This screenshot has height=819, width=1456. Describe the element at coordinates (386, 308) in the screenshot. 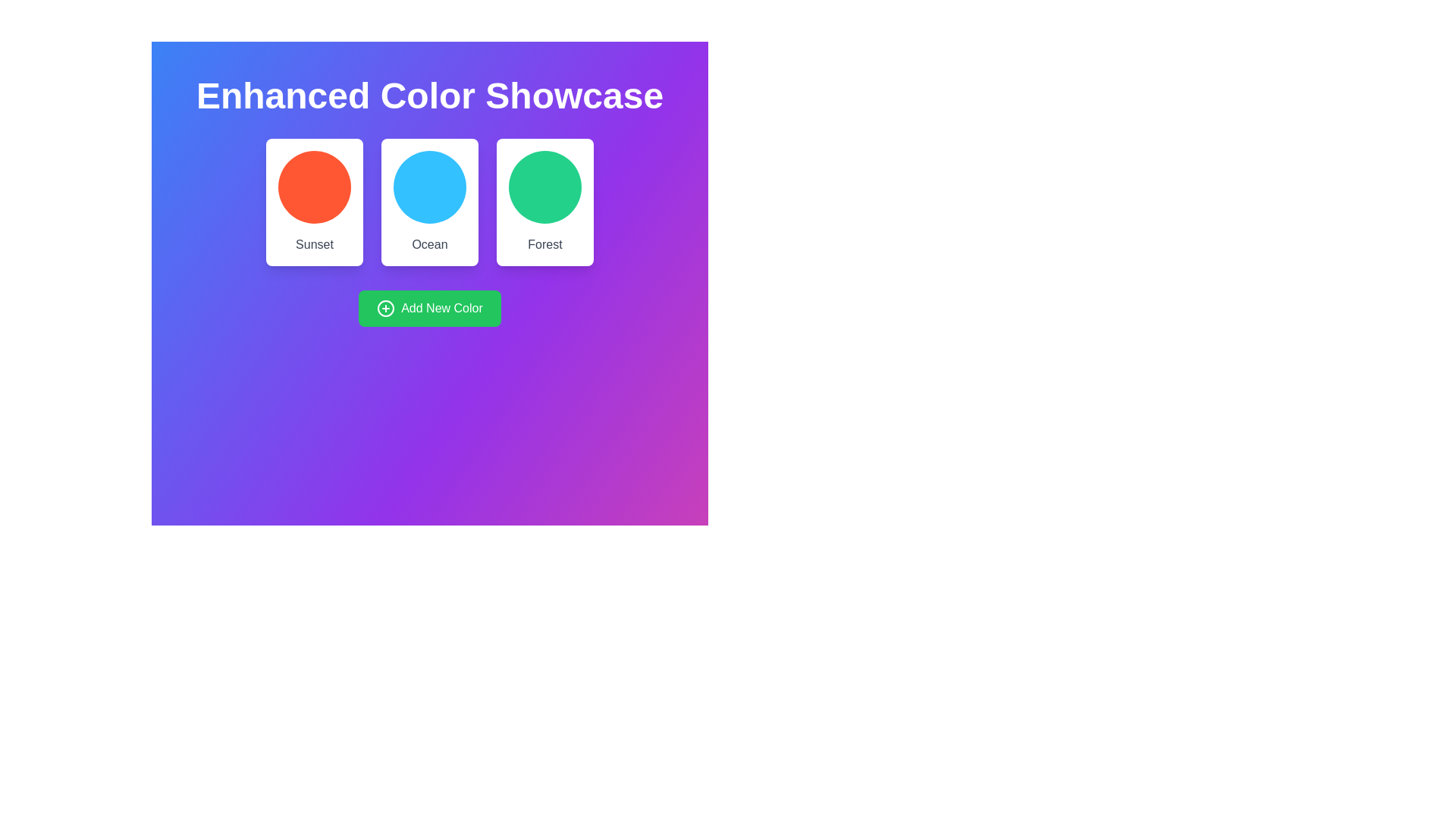

I see `the circular icon at the center of the 'Add New Color' button to interact with the button` at that location.